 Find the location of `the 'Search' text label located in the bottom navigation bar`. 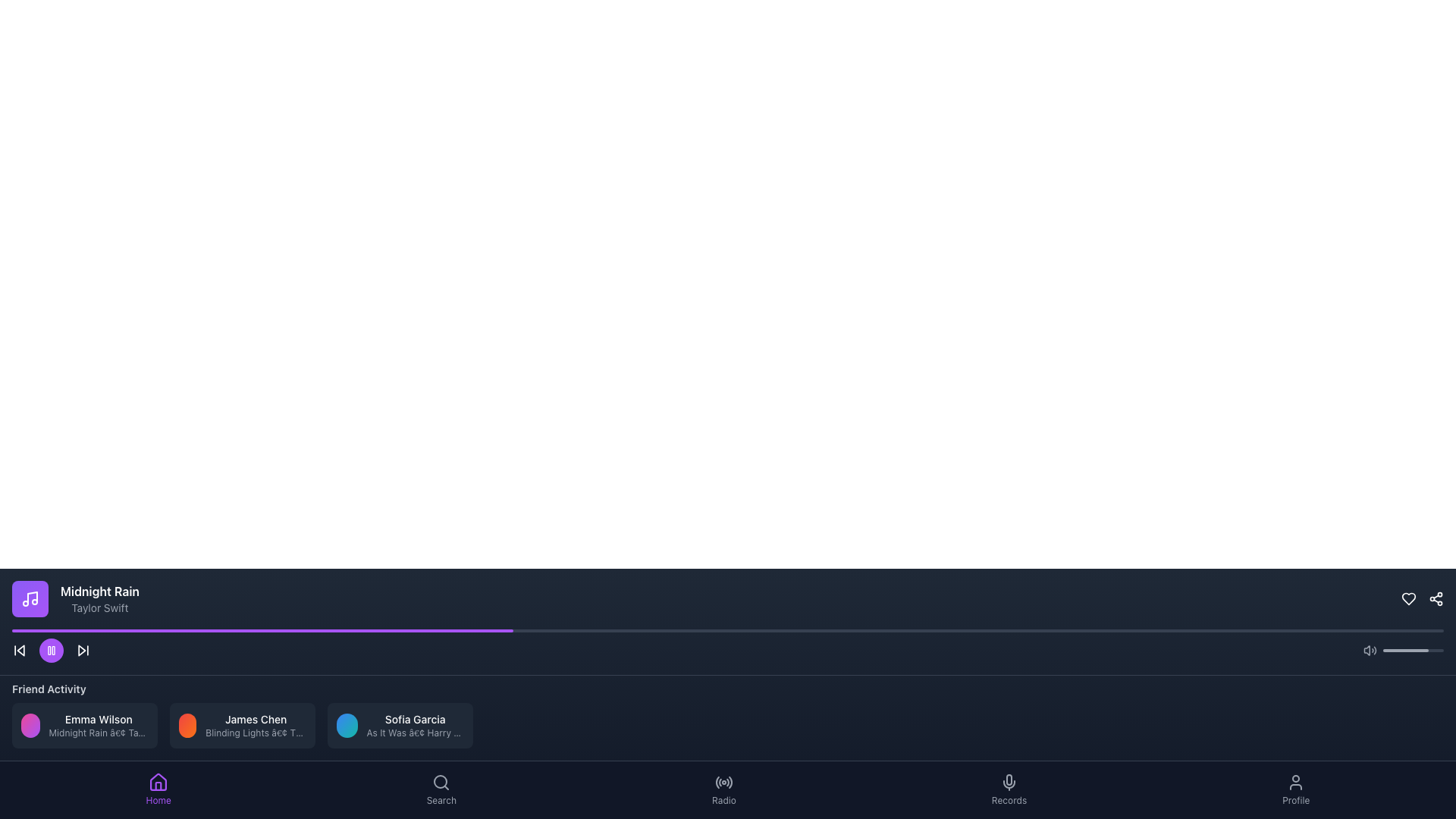

the 'Search' text label located in the bottom navigation bar is located at coordinates (441, 800).